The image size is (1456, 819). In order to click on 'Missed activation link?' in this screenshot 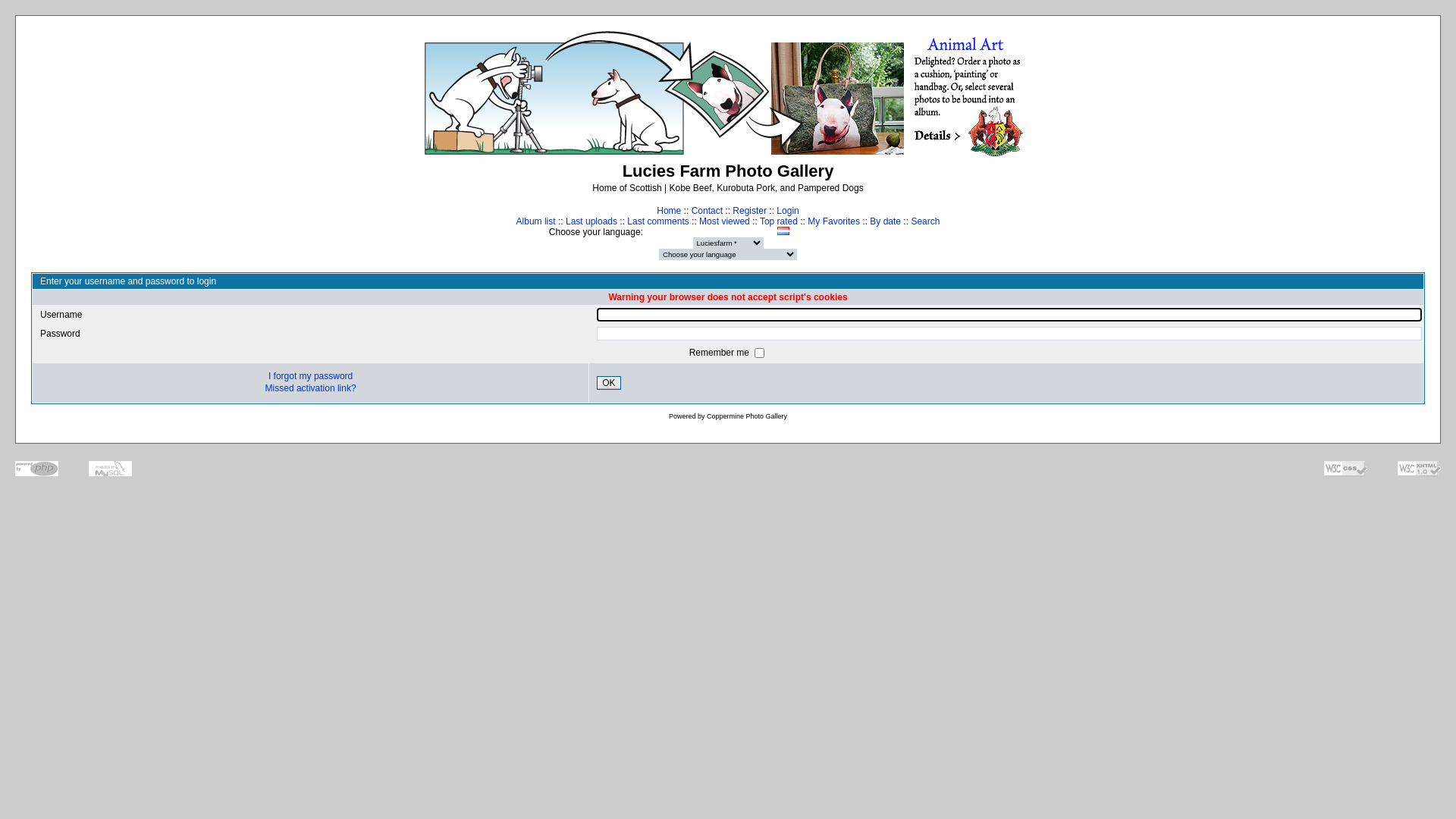, I will do `click(309, 388)`.